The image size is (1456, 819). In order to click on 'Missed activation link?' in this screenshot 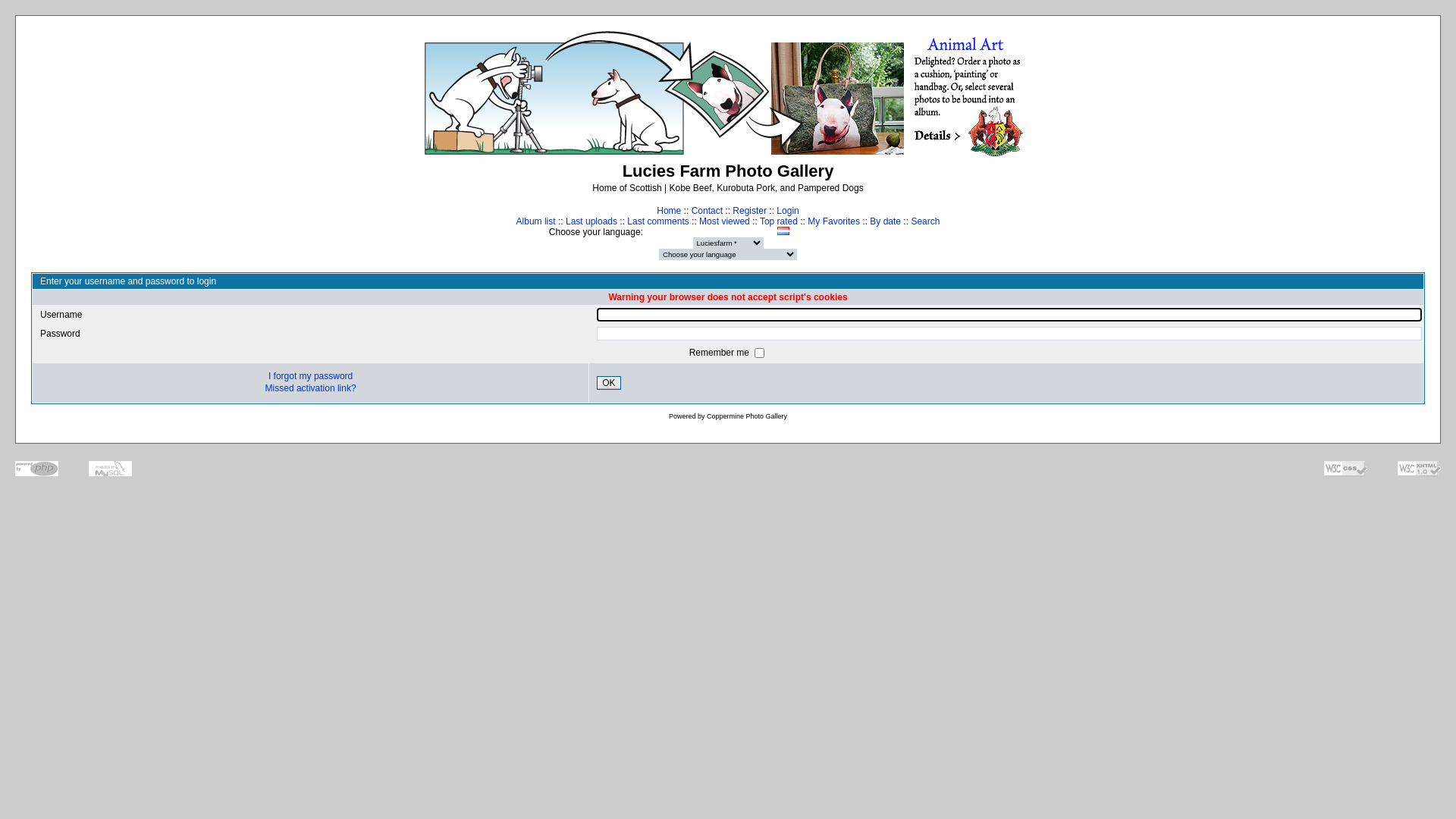, I will do `click(309, 388)`.